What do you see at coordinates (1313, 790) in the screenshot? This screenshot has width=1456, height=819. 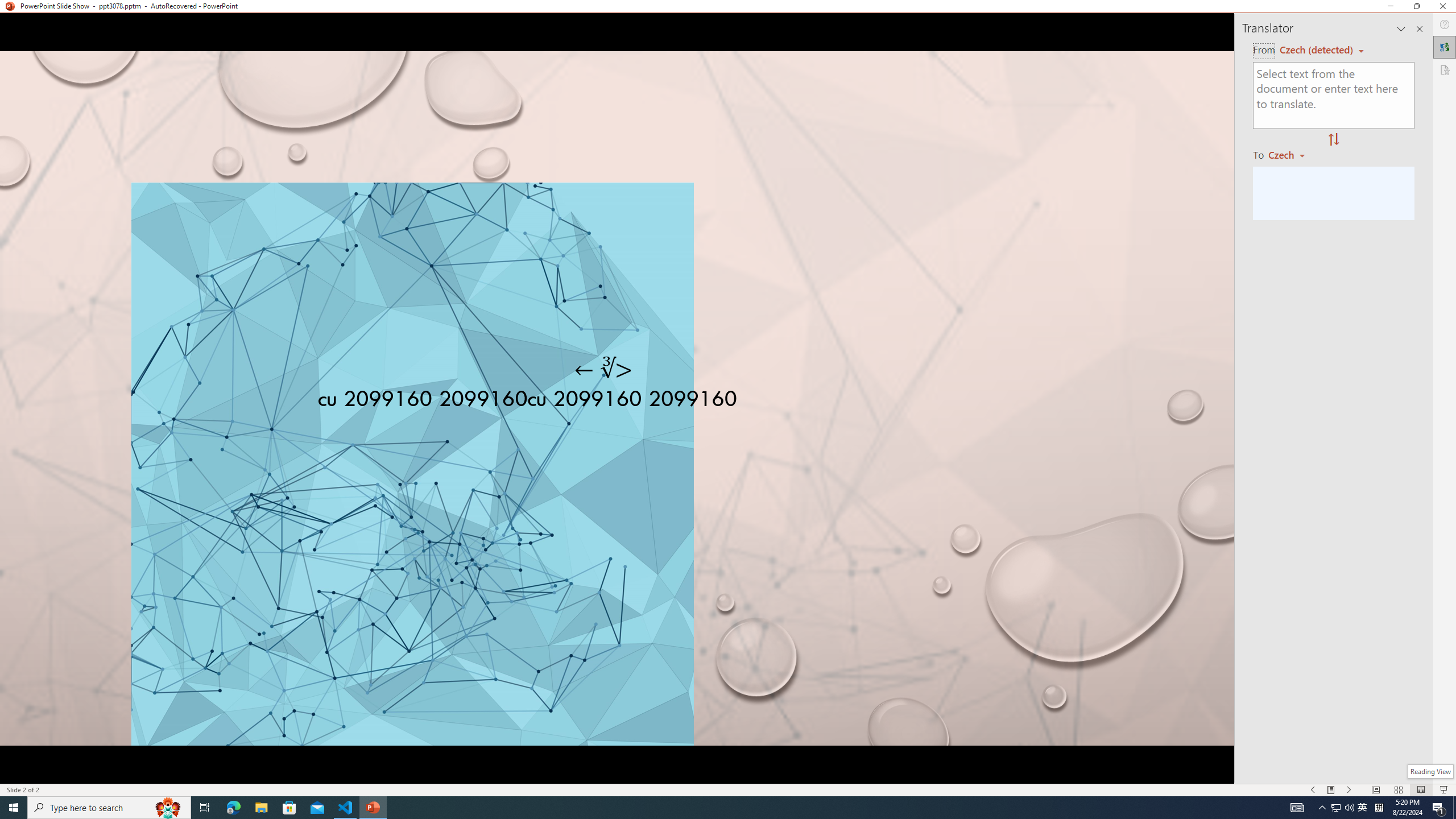 I see `'Slide Show Previous On'` at bounding box center [1313, 790].